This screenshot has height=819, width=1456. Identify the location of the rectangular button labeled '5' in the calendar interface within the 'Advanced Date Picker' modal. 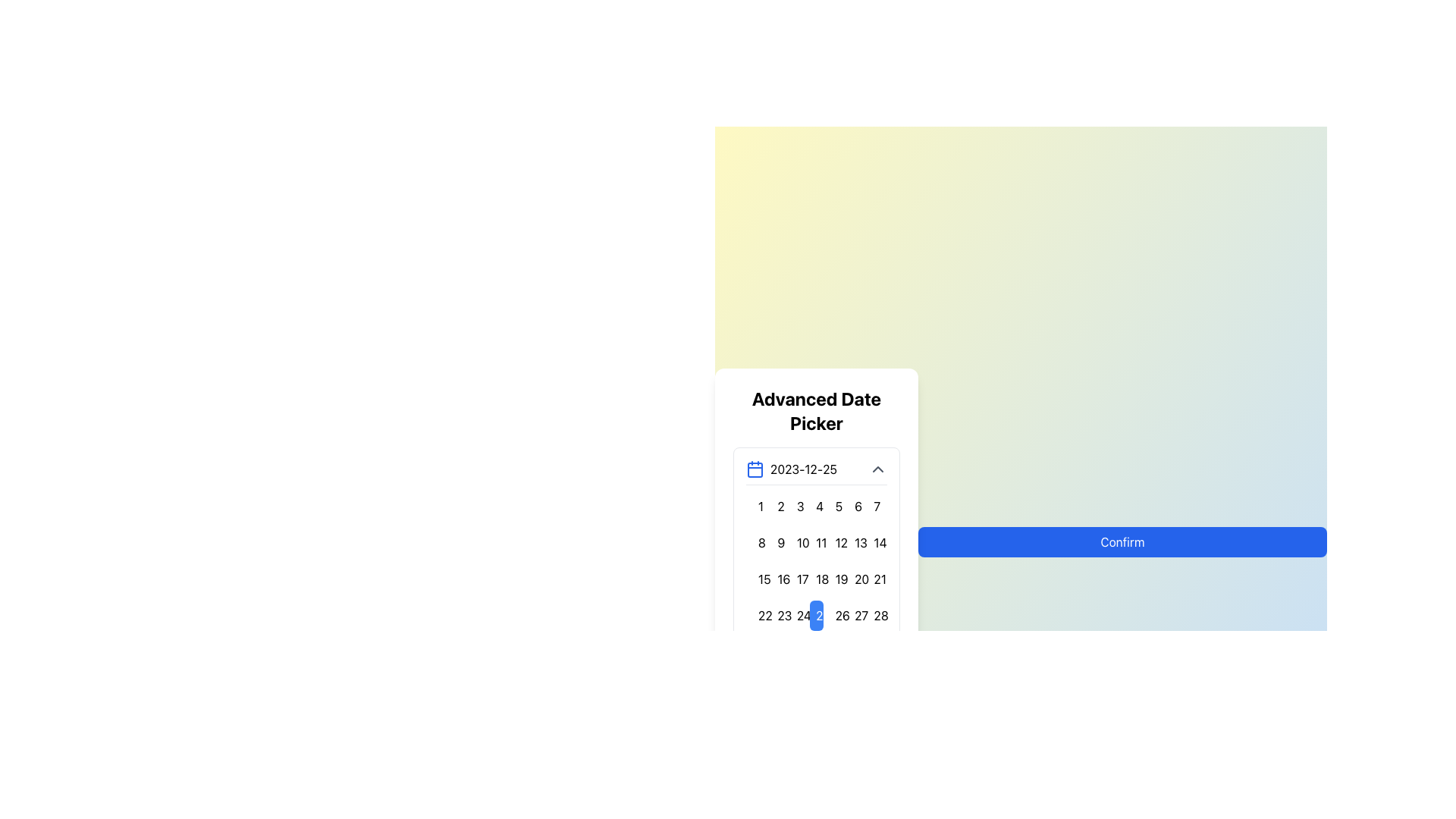
(835, 506).